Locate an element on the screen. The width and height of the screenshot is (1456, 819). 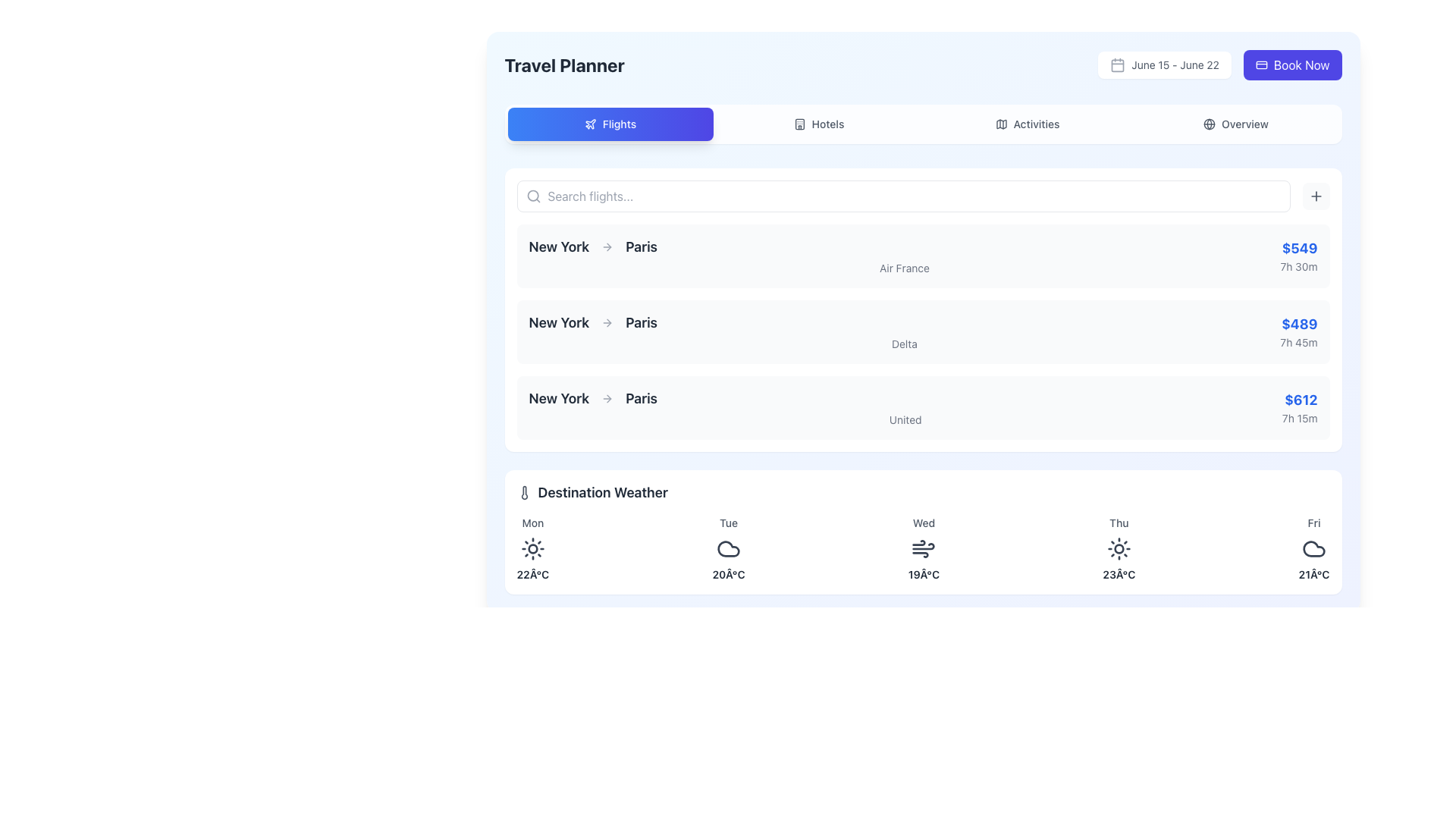
the weather information label for Friday, which is the last item in the horizontal row under 'Destination Weather.' is located at coordinates (1313, 549).